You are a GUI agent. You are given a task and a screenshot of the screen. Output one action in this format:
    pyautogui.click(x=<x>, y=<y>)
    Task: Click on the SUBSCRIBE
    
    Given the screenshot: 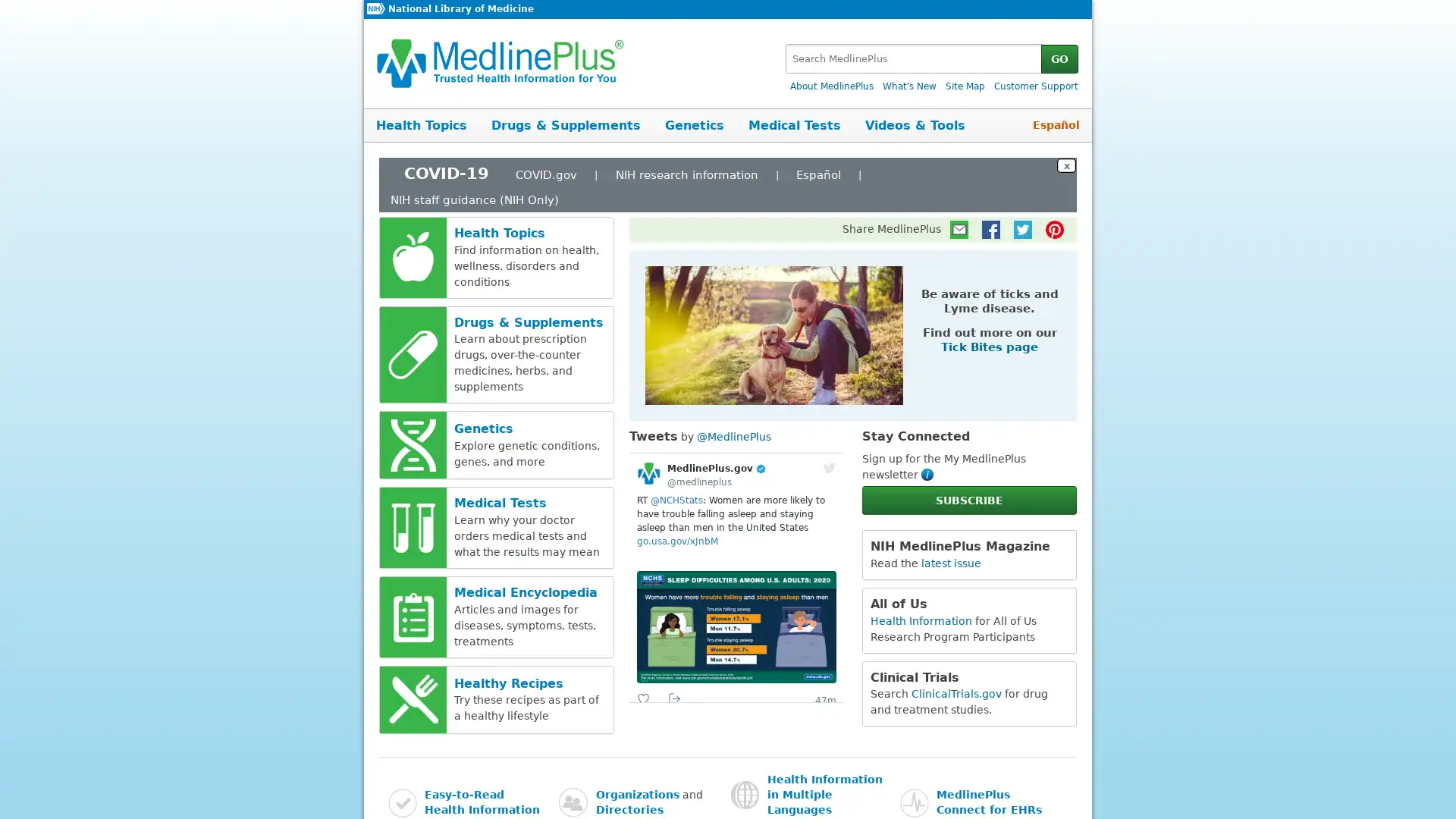 What is the action you would take?
    pyautogui.click(x=968, y=500)
    